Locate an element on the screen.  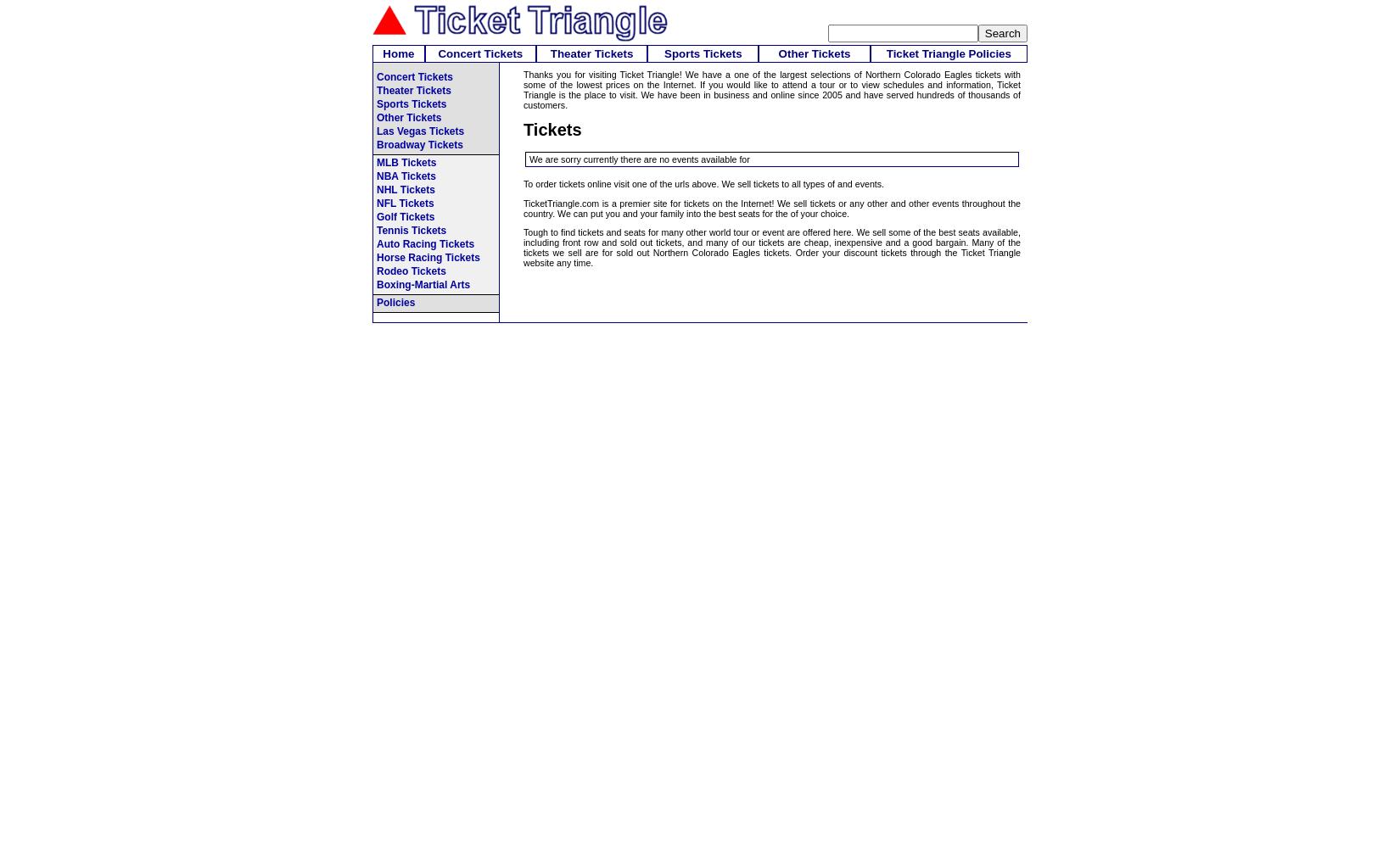
'TicketTriangle.com is a premier site for tickets on the Internet! We sell tickets or any other and other events throughout the country. We can put you and your family into the best seats for the of your choice.' is located at coordinates (771, 207).